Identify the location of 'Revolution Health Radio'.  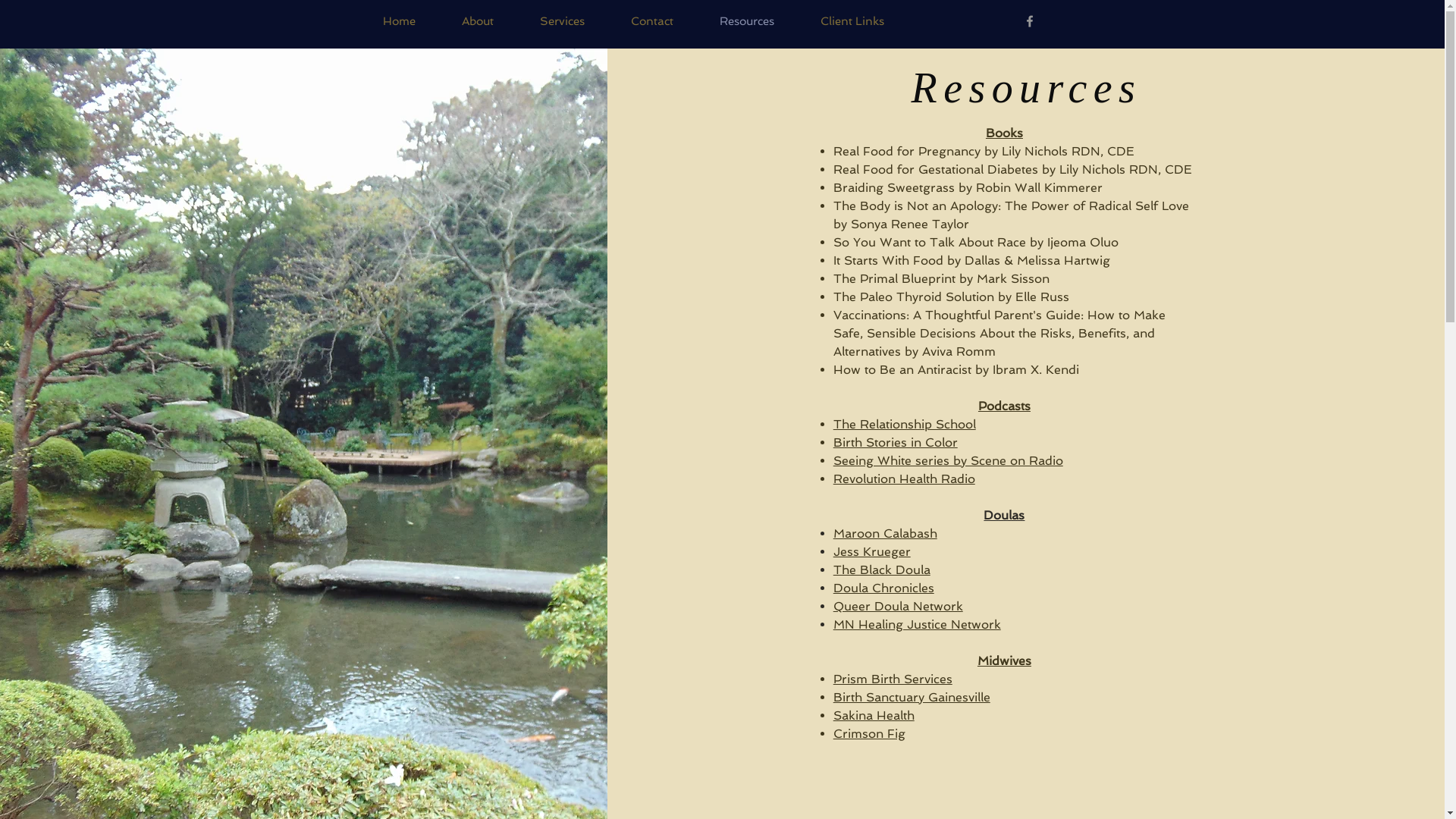
(904, 479).